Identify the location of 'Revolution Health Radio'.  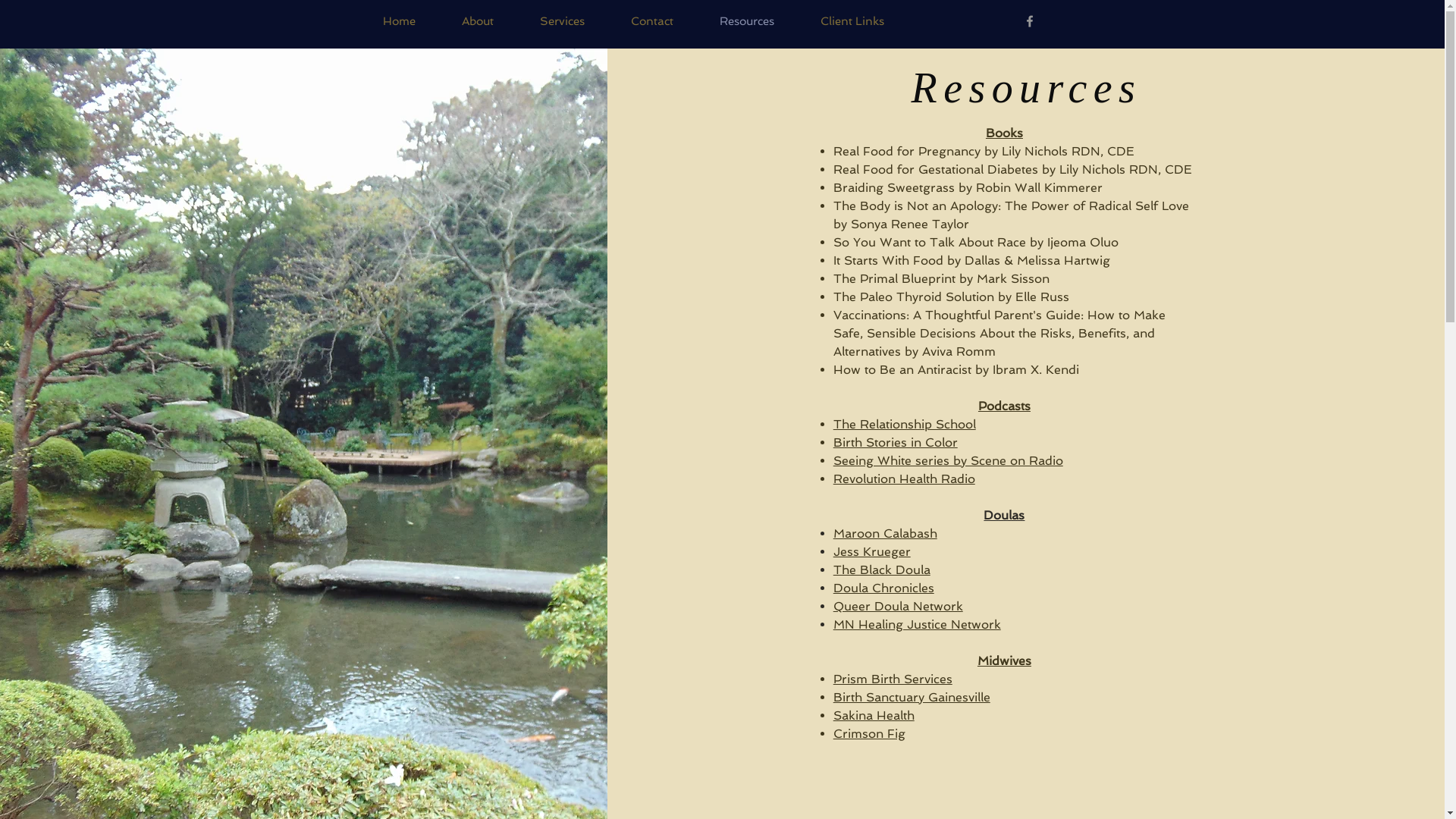
(904, 479).